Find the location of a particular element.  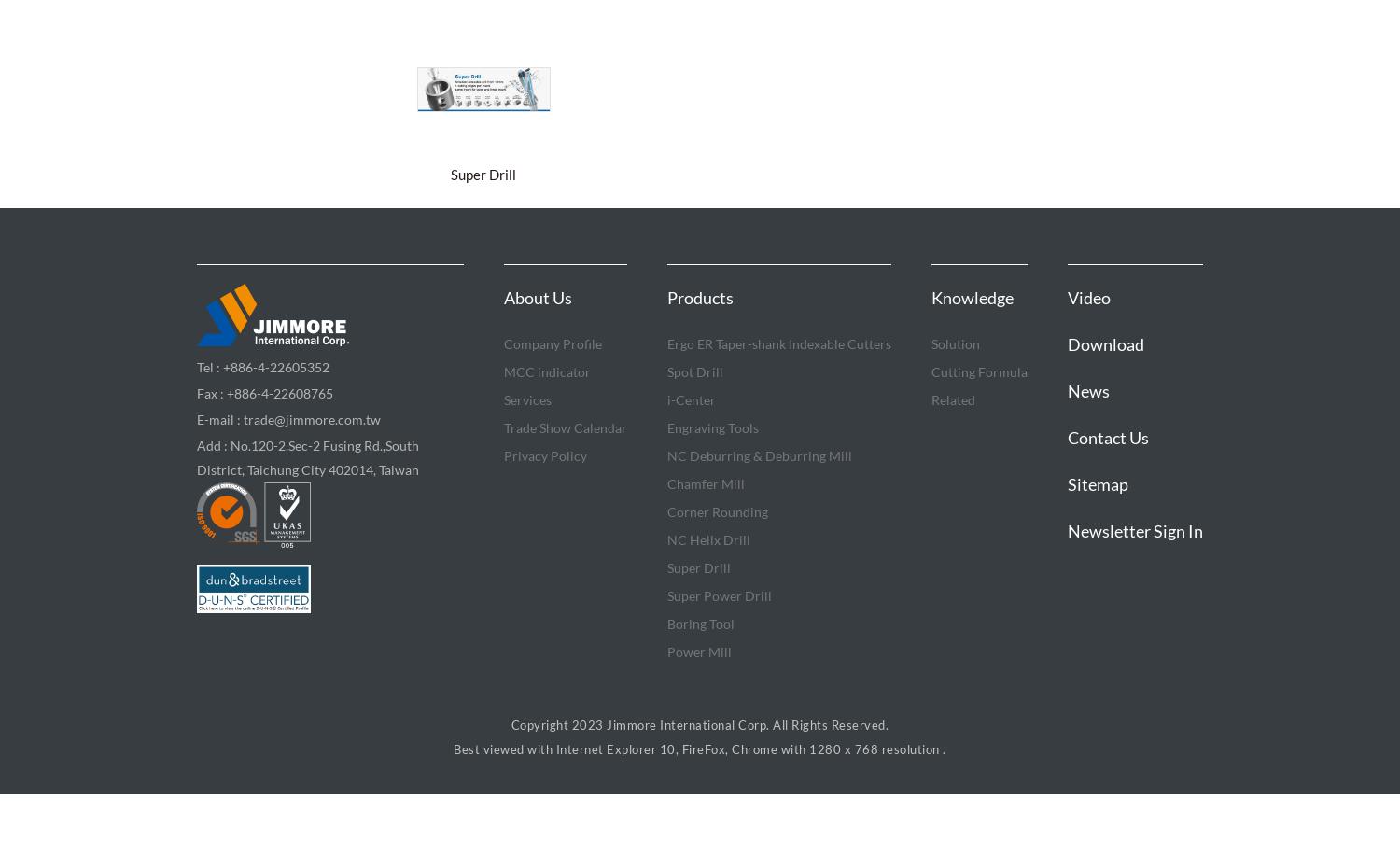

'Related' is located at coordinates (953, 399).